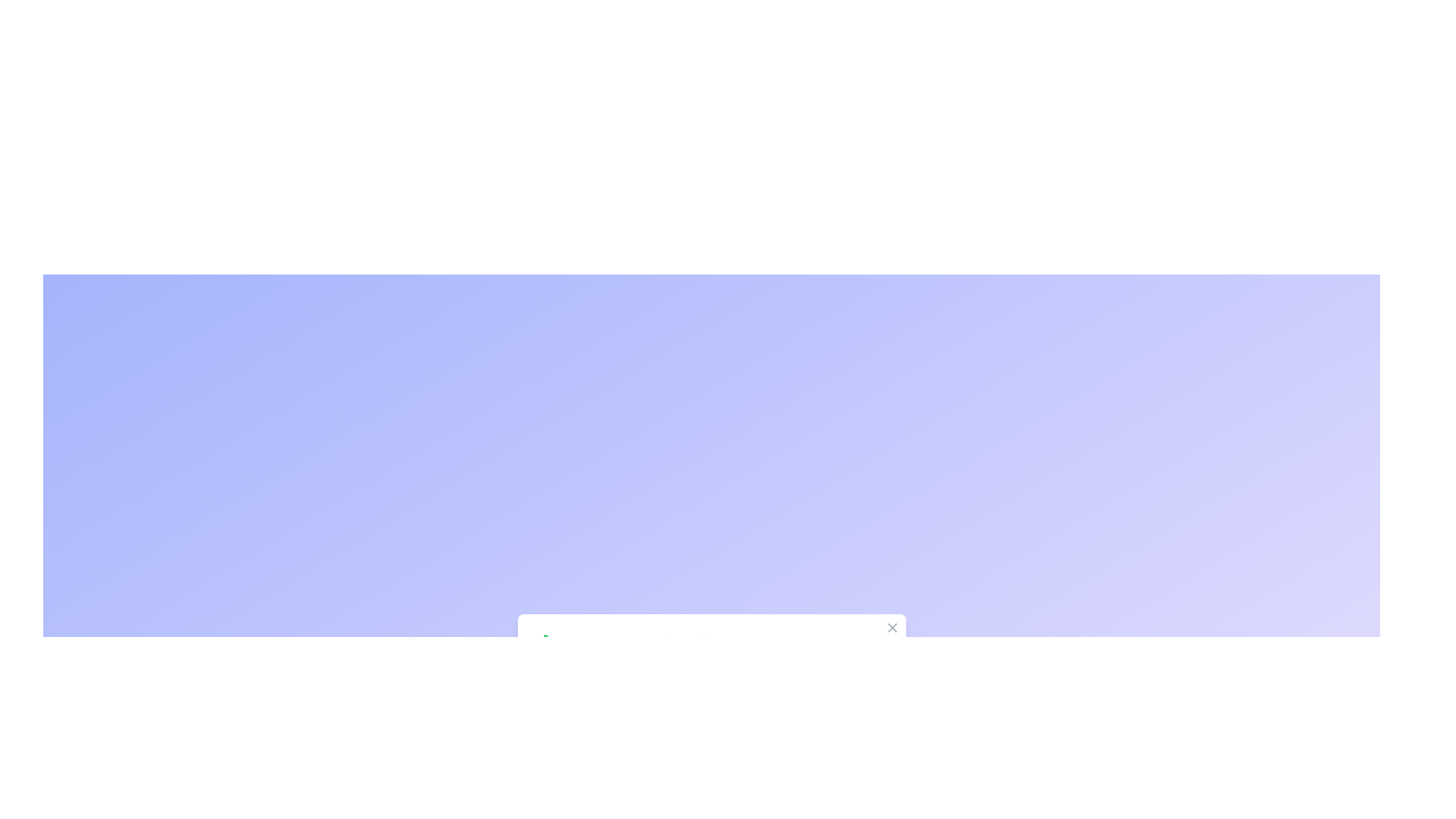 Image resolution: width=1456 pixels, height=819 pixels. Describe the element at coordinates (544, 643) in the screenshot. I see `the positive feedback icon located in the upper-left corner of the feedback confirmation component, adjacent to the 'Feedback Confirmation' text` at that location.